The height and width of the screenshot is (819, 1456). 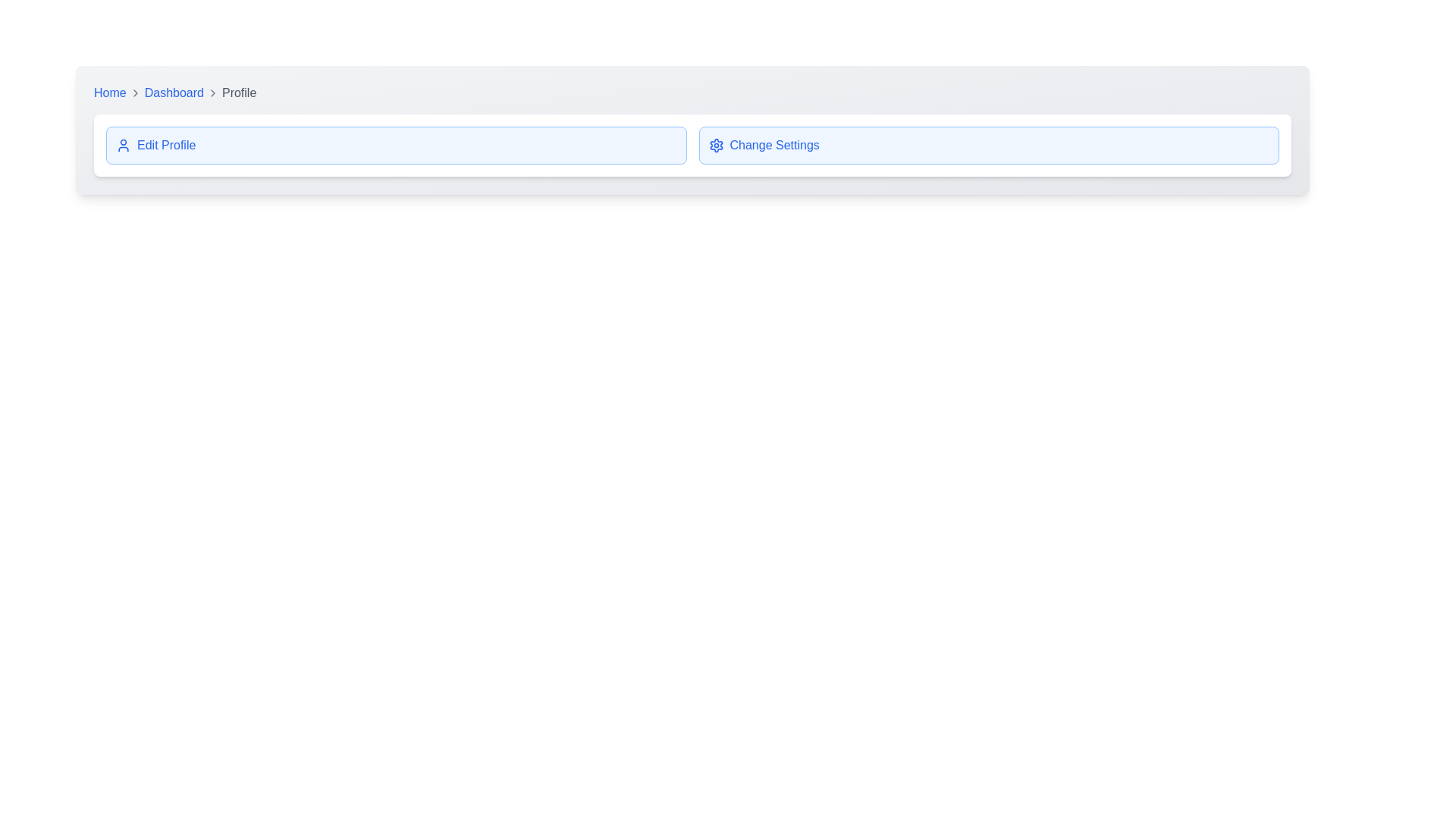 I want to click on the breadcrumb navigation link that allows users, so click(x=117, y=93).